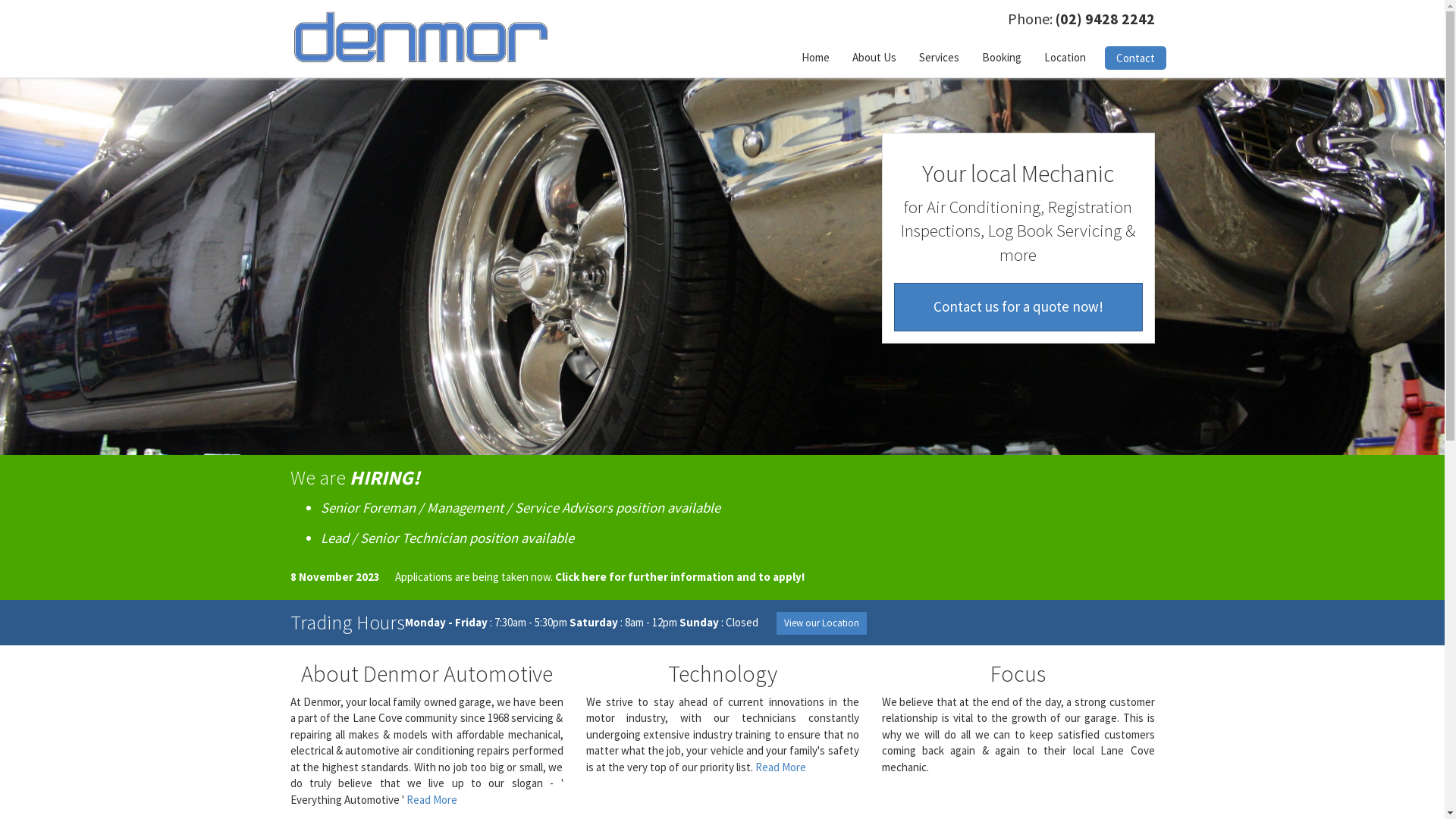 Image resolution: width=1456 pixels, height=819 pixels. What do you see at coordinates (820, 623) in the screenshot?
I see `'View our Location'` at bounding box center [820, 623].